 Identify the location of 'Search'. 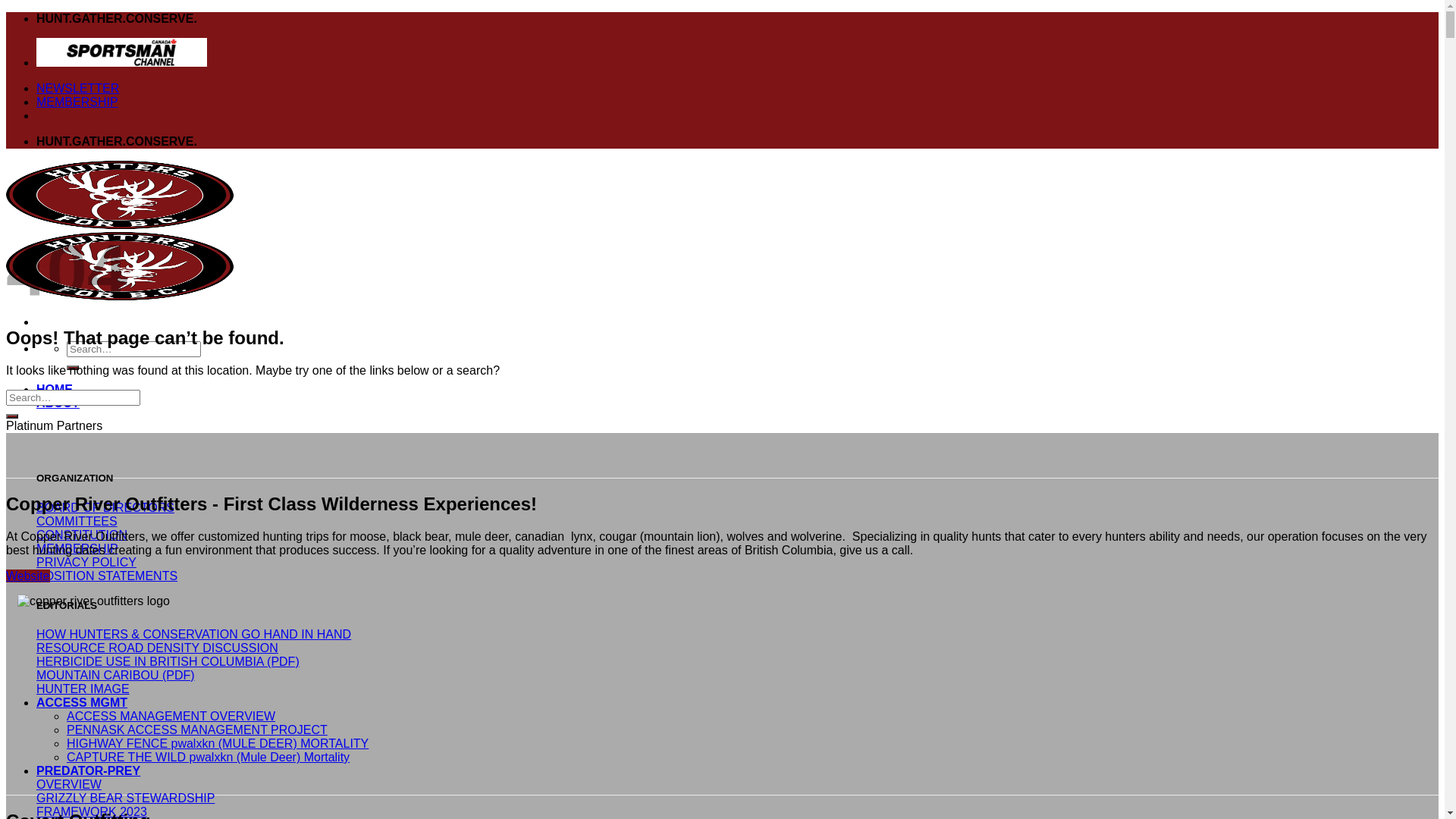
(72, 368).